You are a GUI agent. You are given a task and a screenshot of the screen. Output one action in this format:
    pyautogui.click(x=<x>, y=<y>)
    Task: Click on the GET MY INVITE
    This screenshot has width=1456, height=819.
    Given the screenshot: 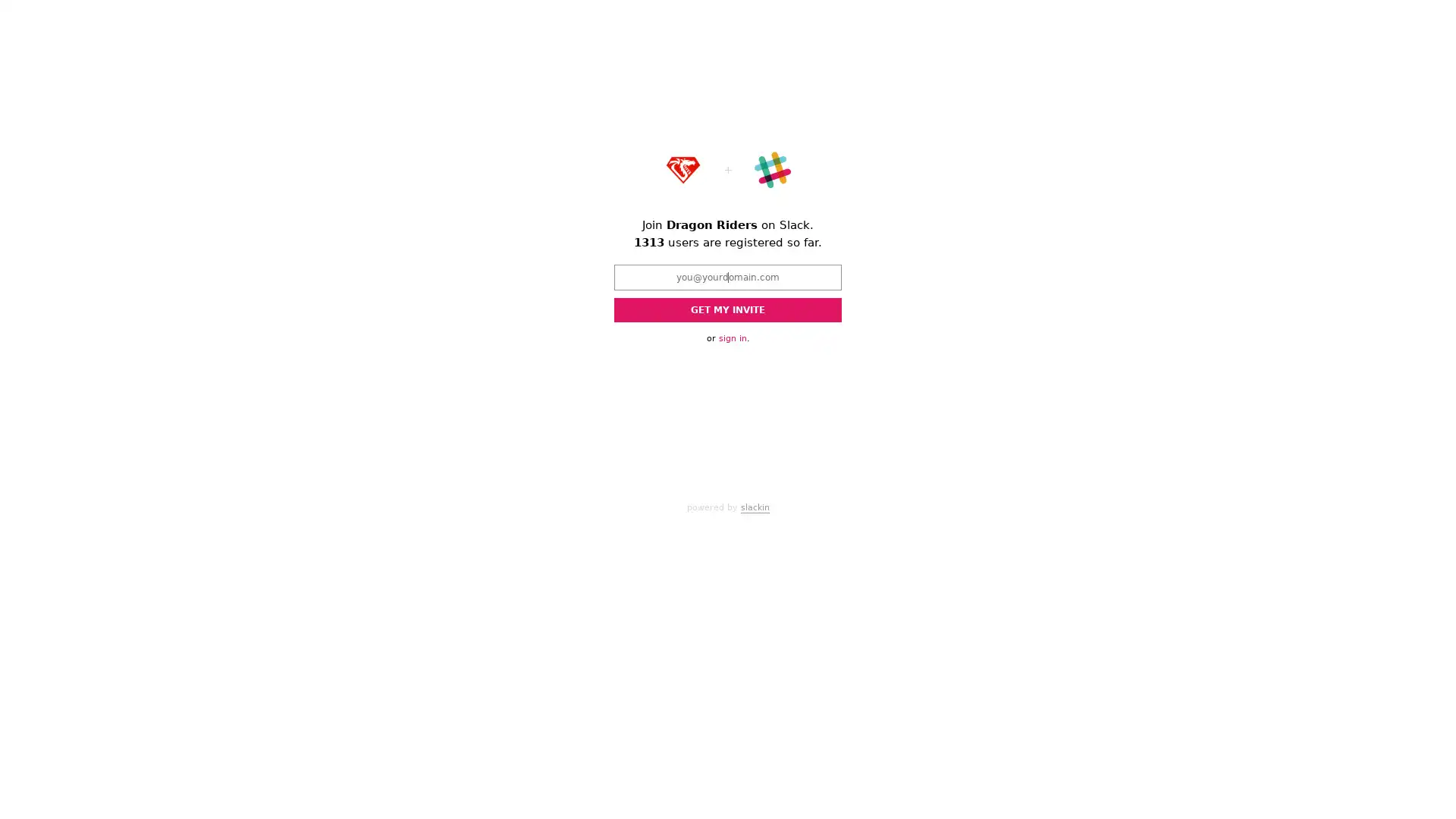 What is the action you would take?
    pyautogui.click(x=728, y=309)
    